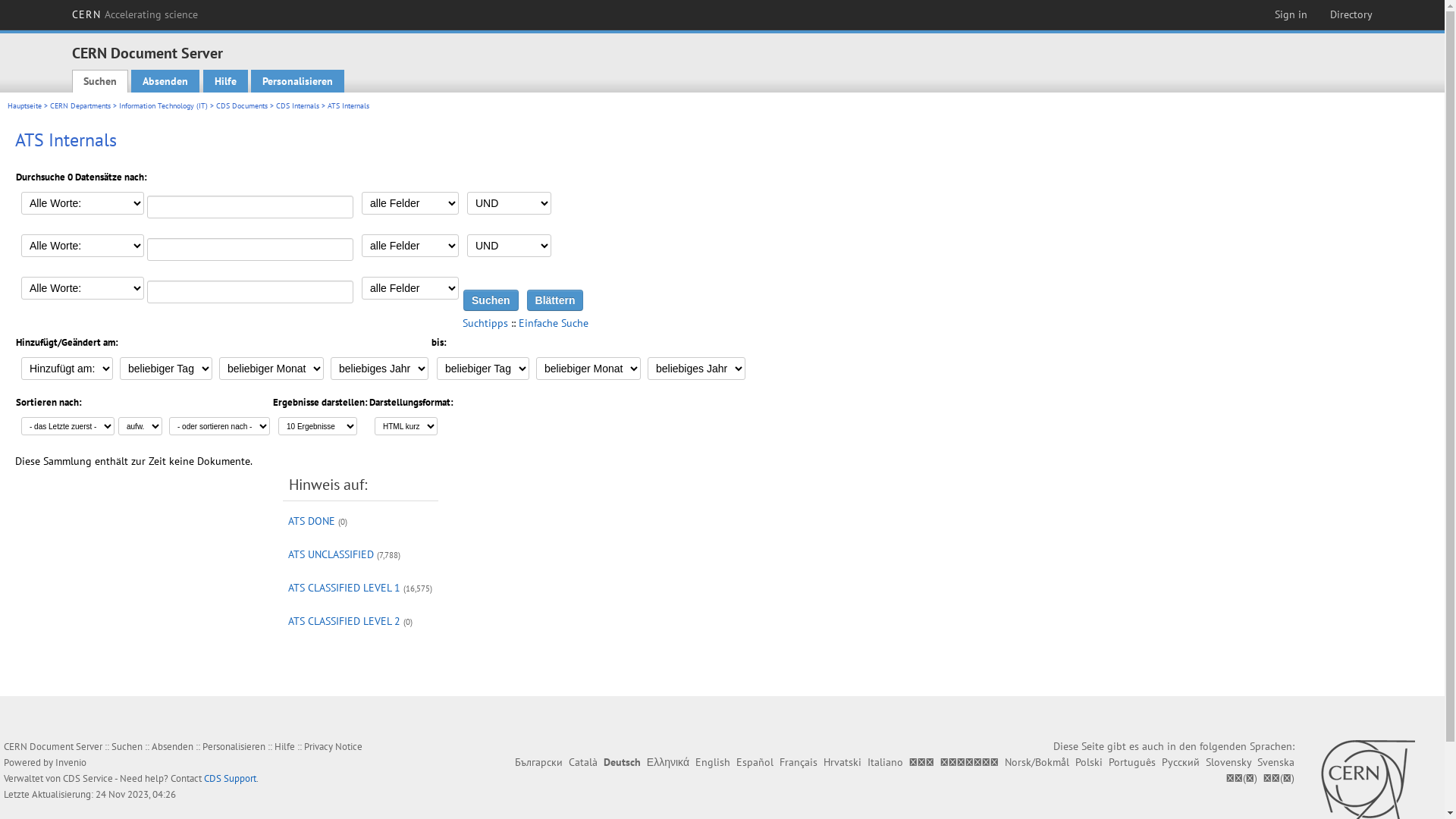  Describe the element at coordinates (332, 745) in the screenshot. I see `'Privacy Notice'` at that location.